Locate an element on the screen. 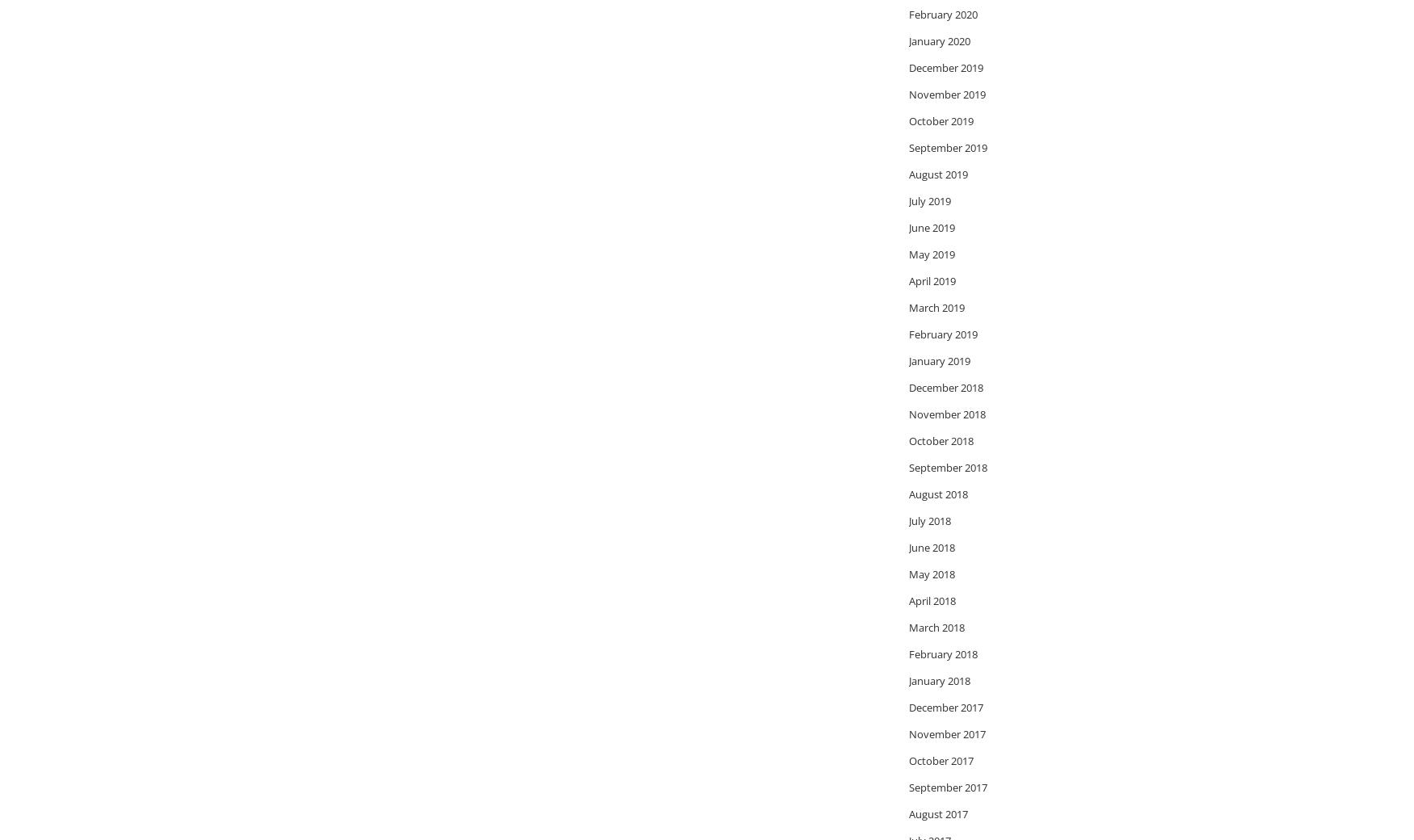 The image size is (1414, 840). 'October 2017' is located at coordinates (909, 759).